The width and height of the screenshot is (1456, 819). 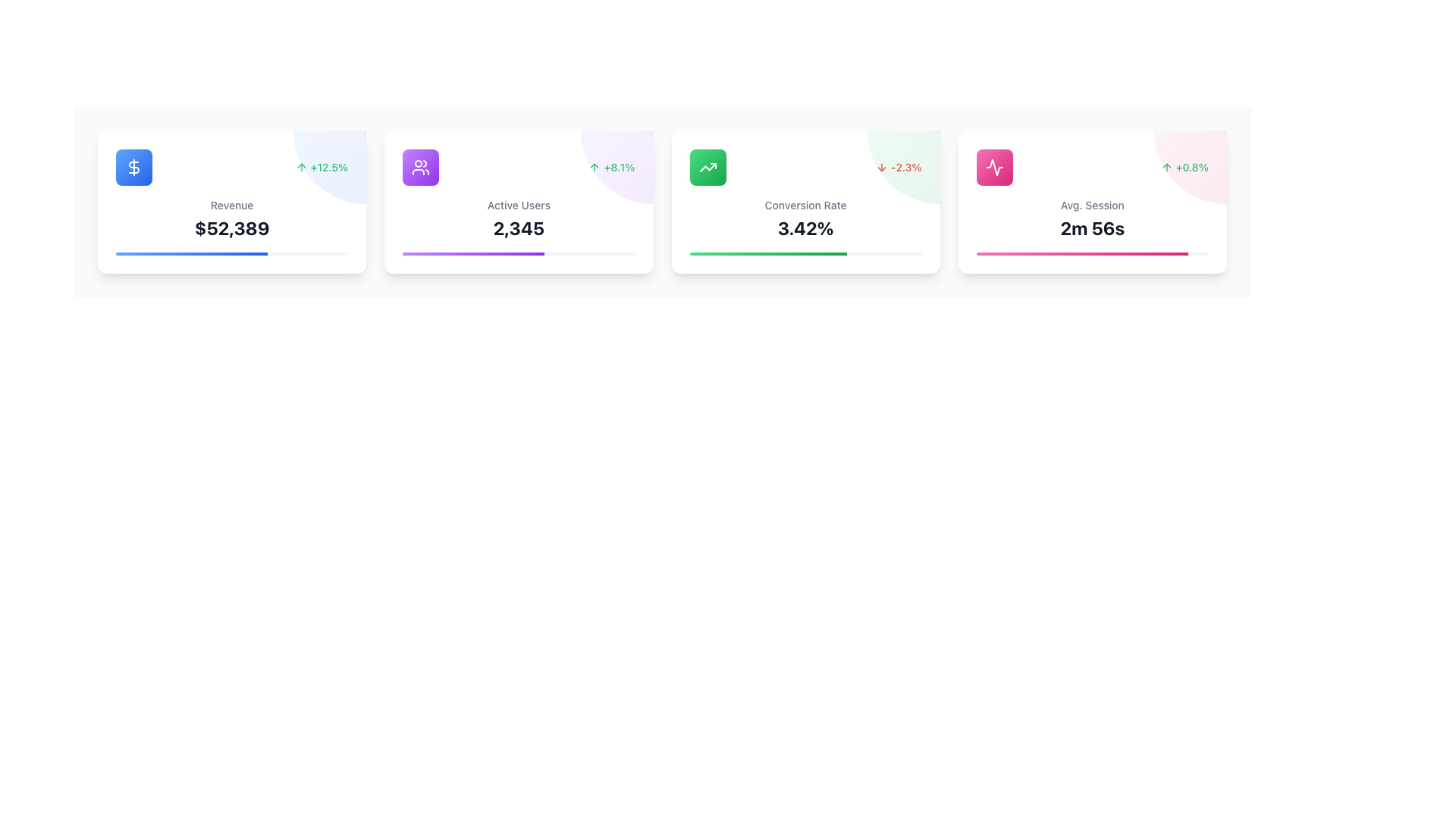 I want to click on electrocardiogram icon with a gradient background in the upper-left corner of the fourth metric card for 'Avg. Session', so click(x=994, y=167).